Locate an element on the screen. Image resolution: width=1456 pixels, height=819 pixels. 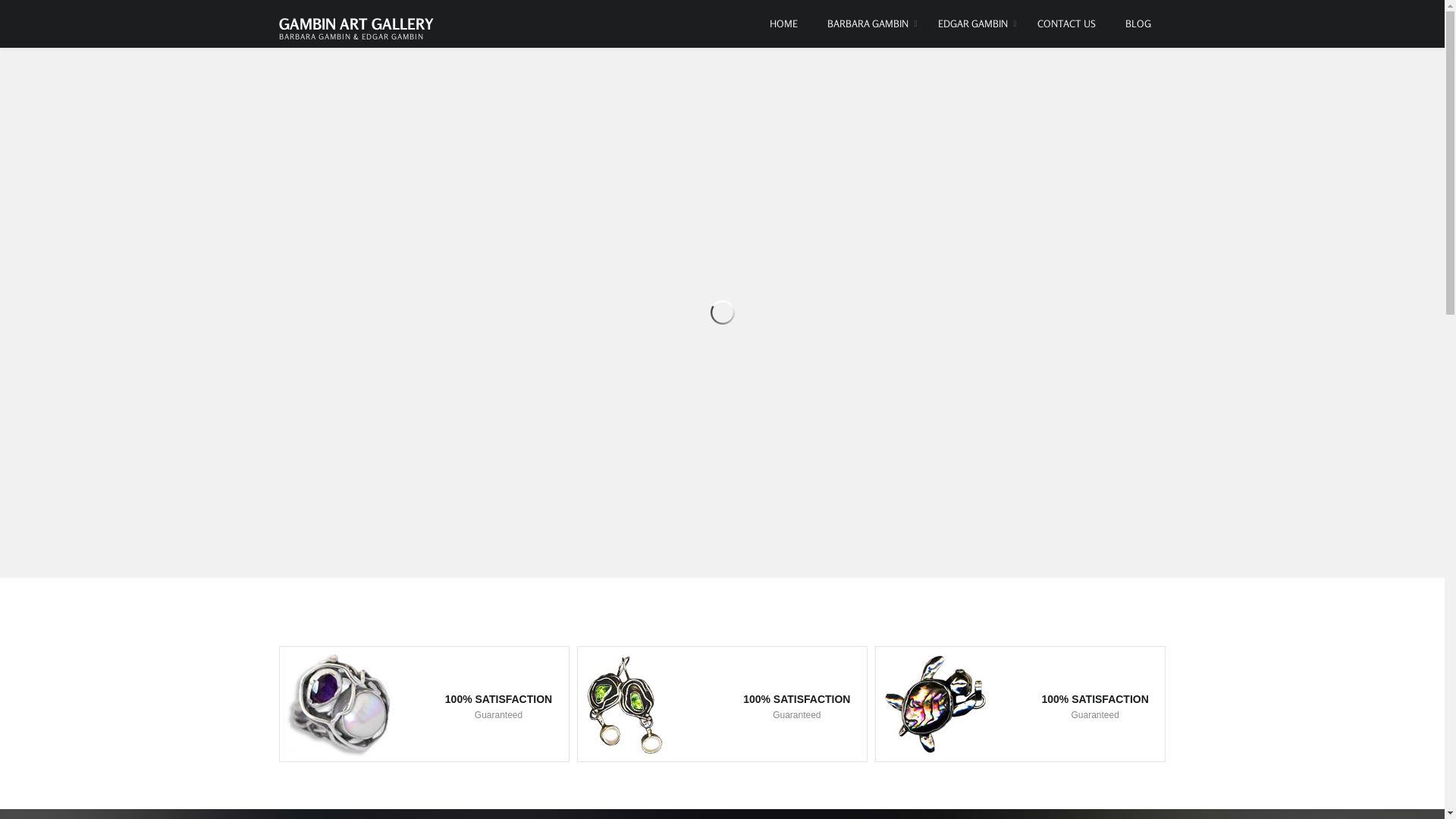
'EDGAR GAMBIN' is located at coordinates (971, 24).